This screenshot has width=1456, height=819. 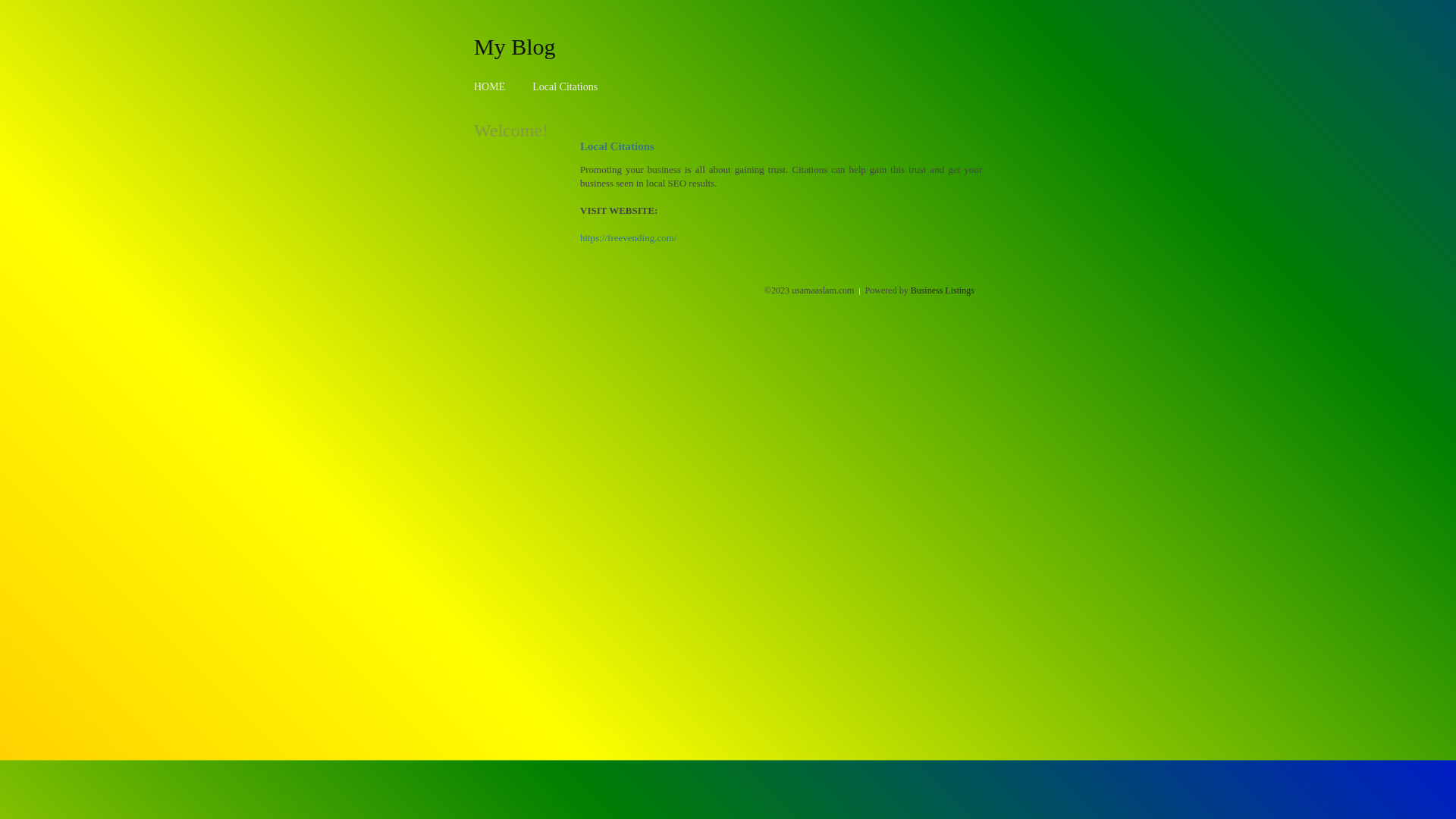 What do you see at coordinates (489, 86) in the screenshot?
I see `'HOME'` at bounding box center [489, 86].